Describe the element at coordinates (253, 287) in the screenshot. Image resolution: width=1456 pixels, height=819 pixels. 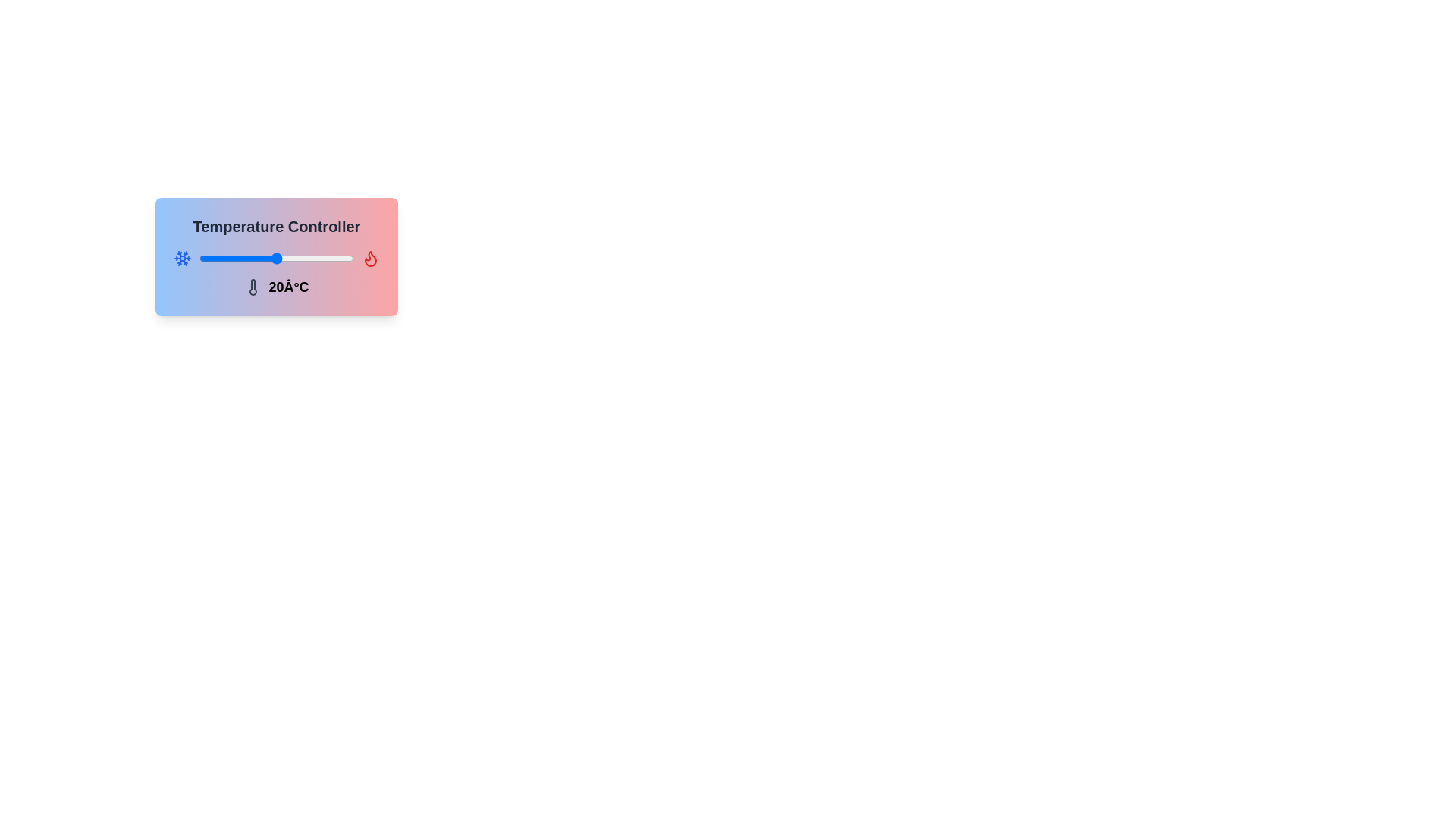
I see `the thermometer icon to interact with it` at that location.